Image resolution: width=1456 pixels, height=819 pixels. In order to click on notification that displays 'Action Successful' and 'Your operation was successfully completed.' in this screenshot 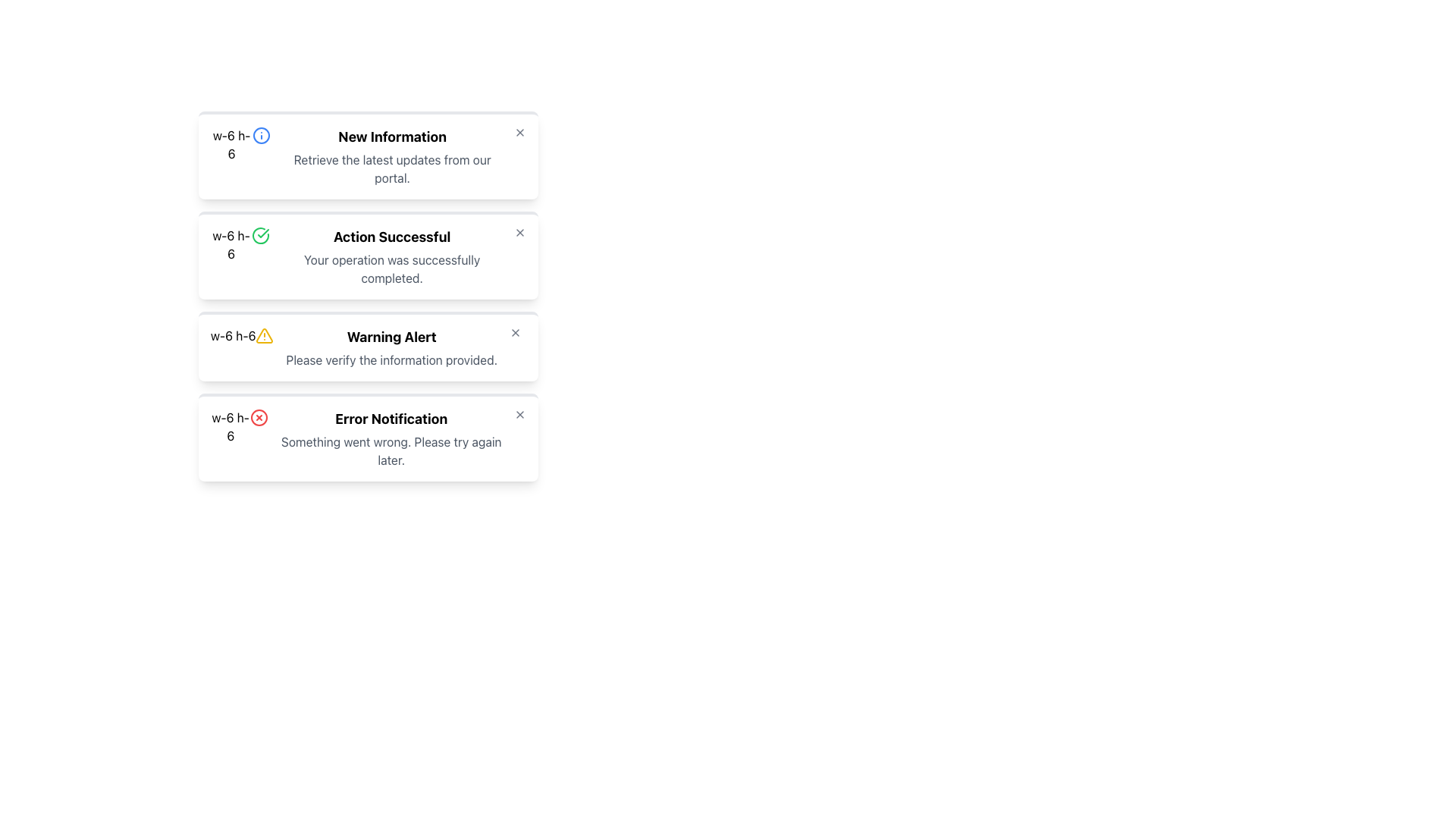, I will do `click(392, 256)`.